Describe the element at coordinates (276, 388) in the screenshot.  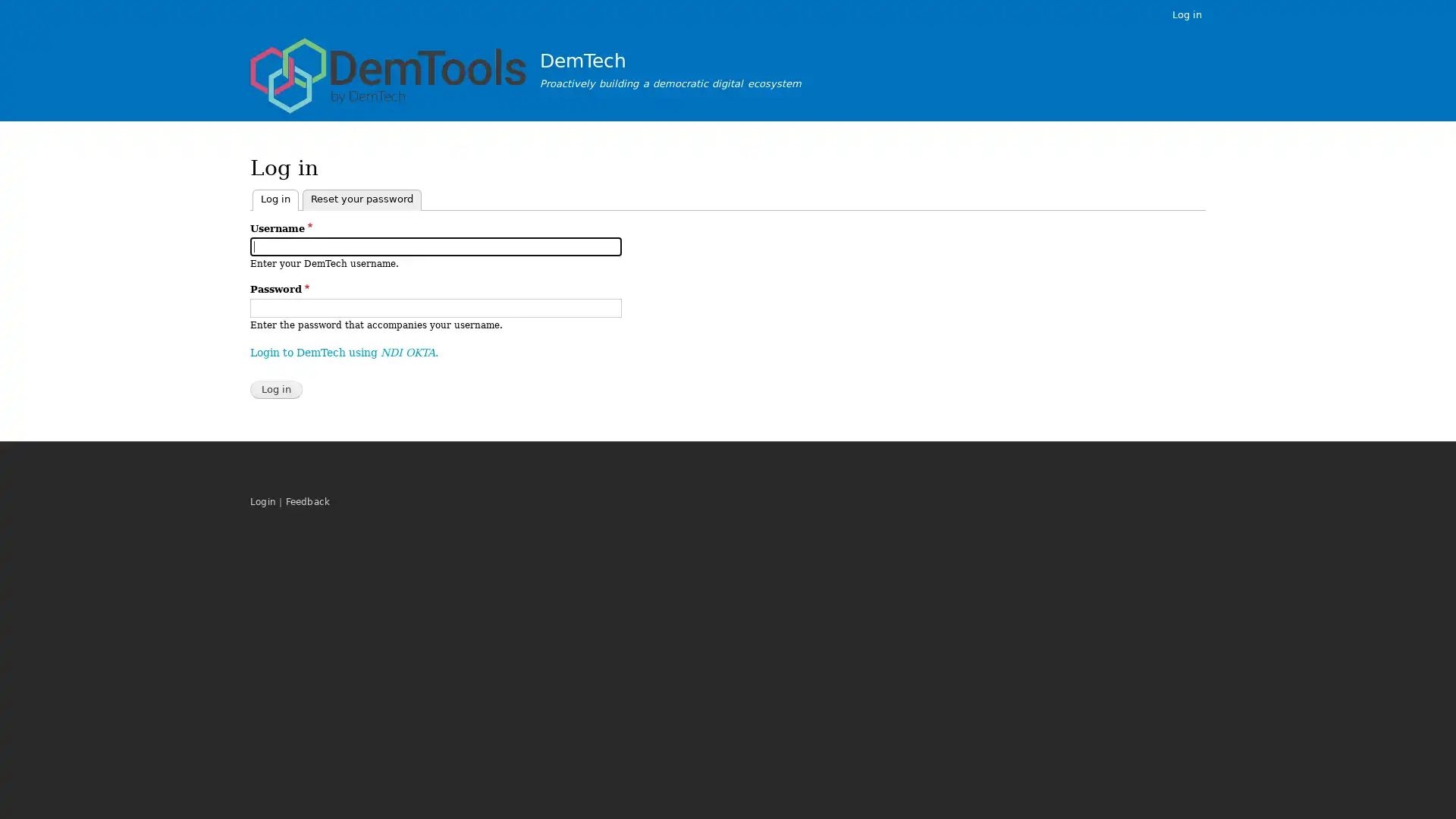
I see `Log in` at that location.